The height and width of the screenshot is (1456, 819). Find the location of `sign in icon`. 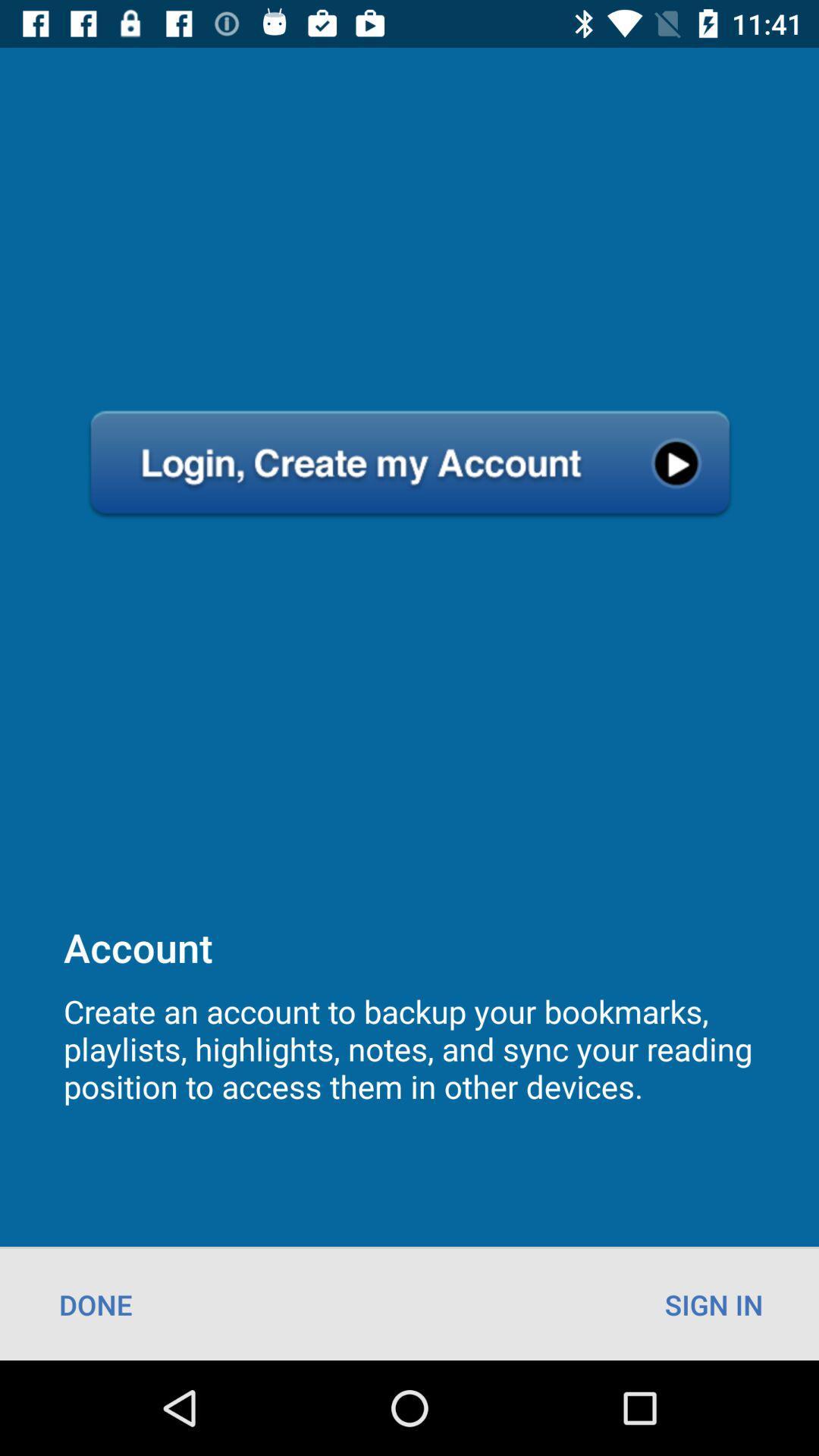

sign in icon is located at coordinates (714, 1304).